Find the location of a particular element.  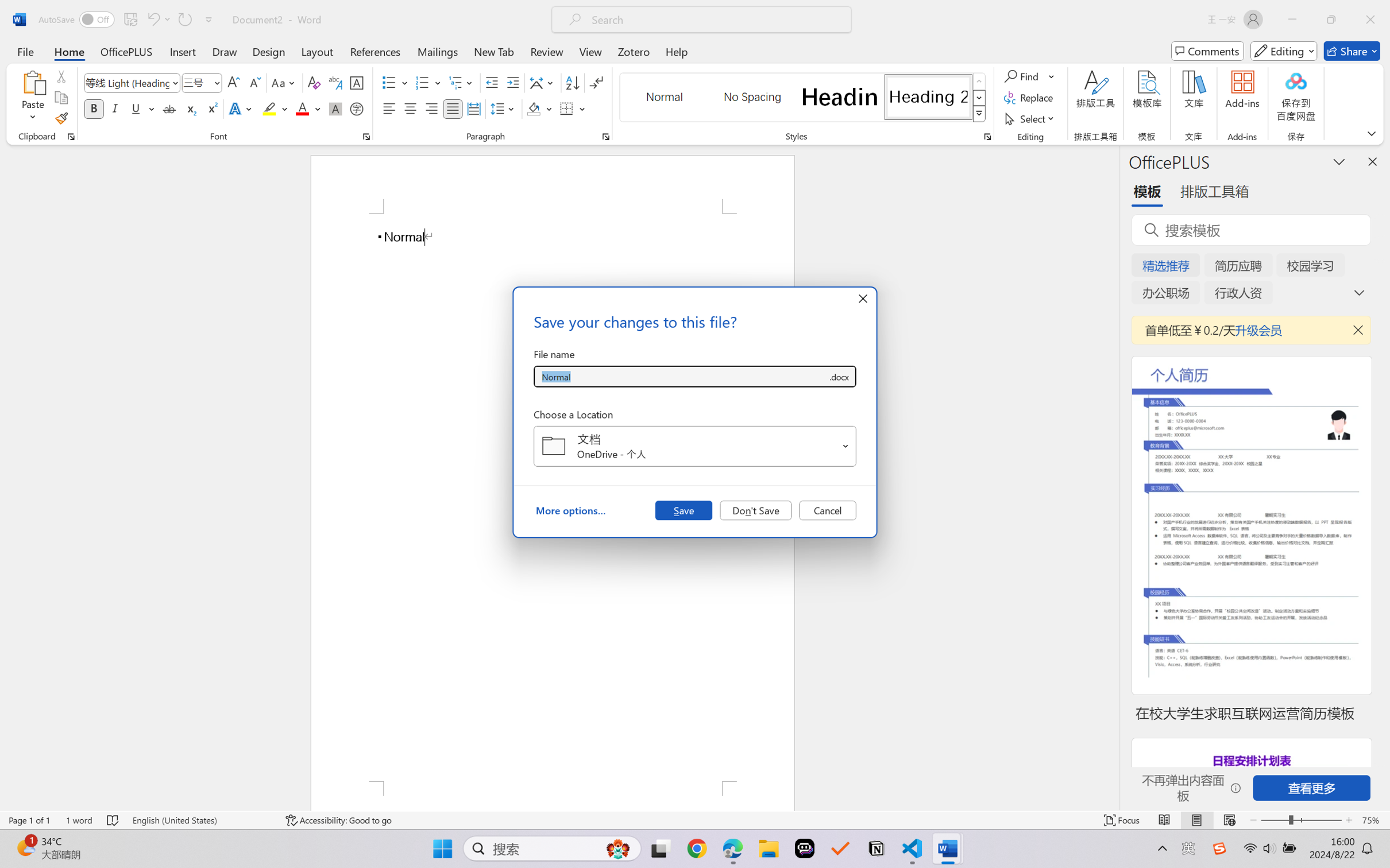

'Help' is located at coordinates (676, 51).